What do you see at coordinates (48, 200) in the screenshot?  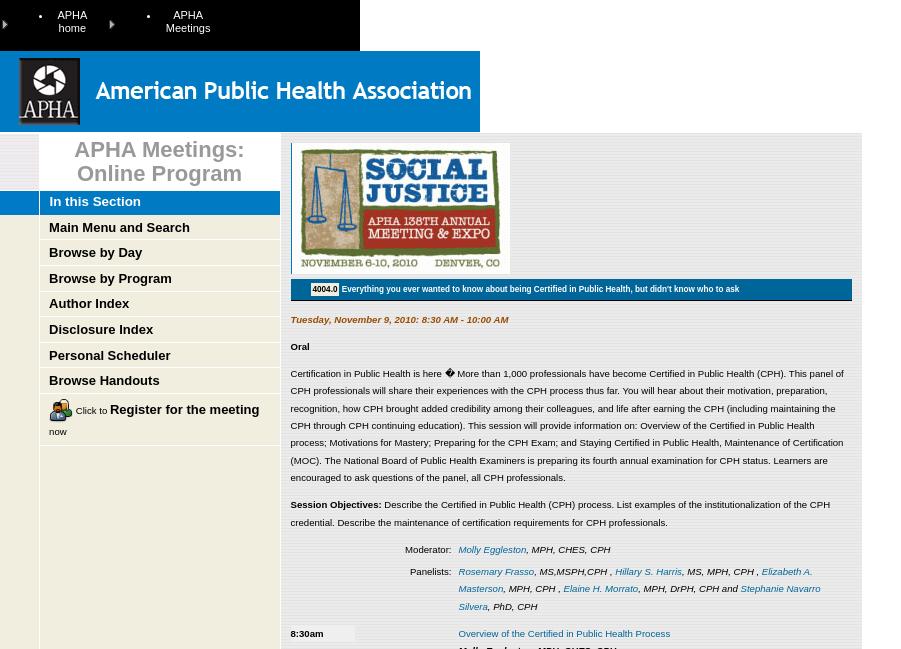 I see `'In this Section'` at bounding box center [48, 200].